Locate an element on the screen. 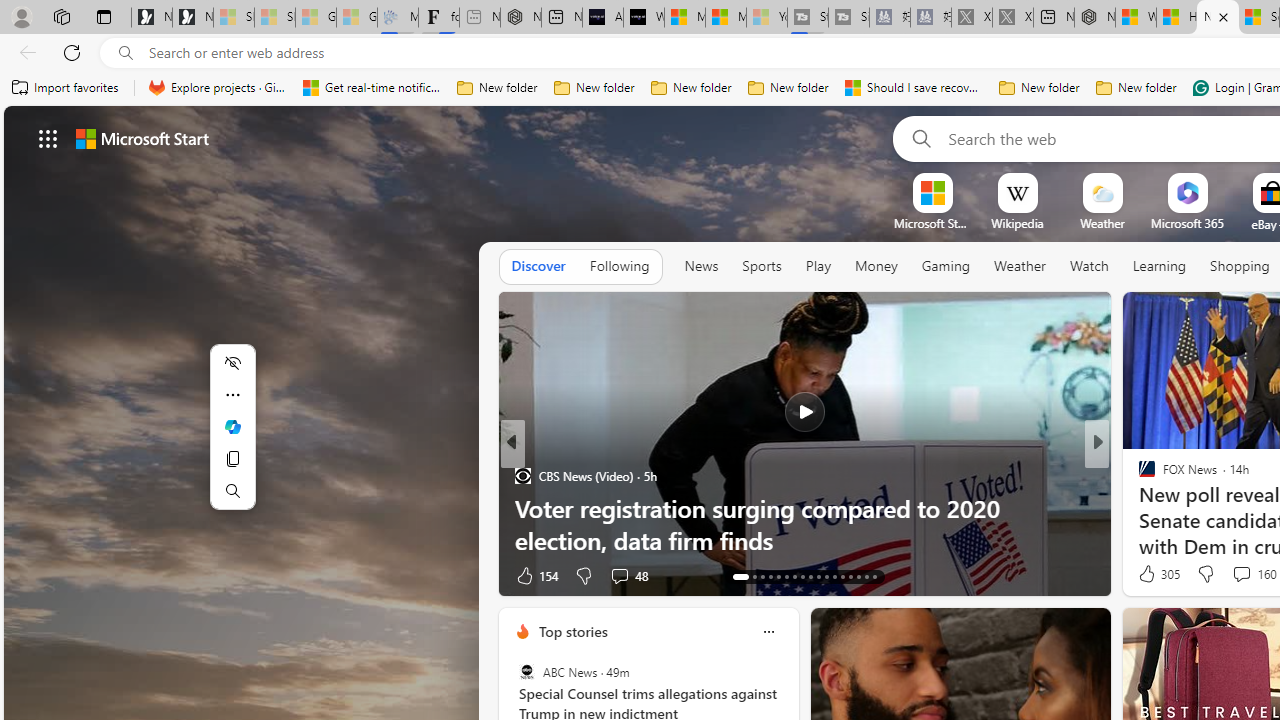 This screenshot has height=720, width=1280. 'Weather' is located at coordinates (1020, 265).